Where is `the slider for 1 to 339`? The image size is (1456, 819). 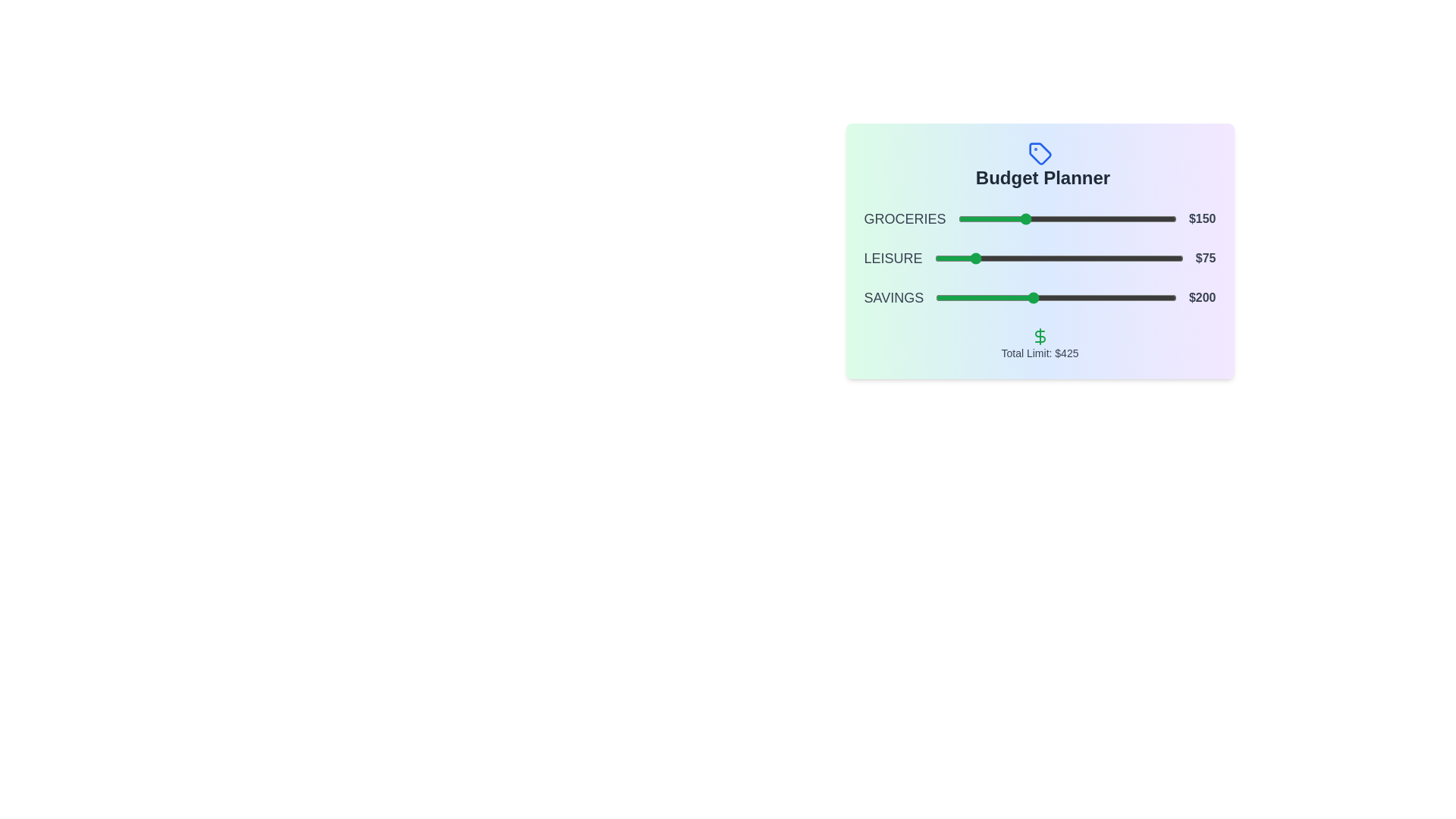
the slider for 1 to 339 is located at coordinates (1106, 257).